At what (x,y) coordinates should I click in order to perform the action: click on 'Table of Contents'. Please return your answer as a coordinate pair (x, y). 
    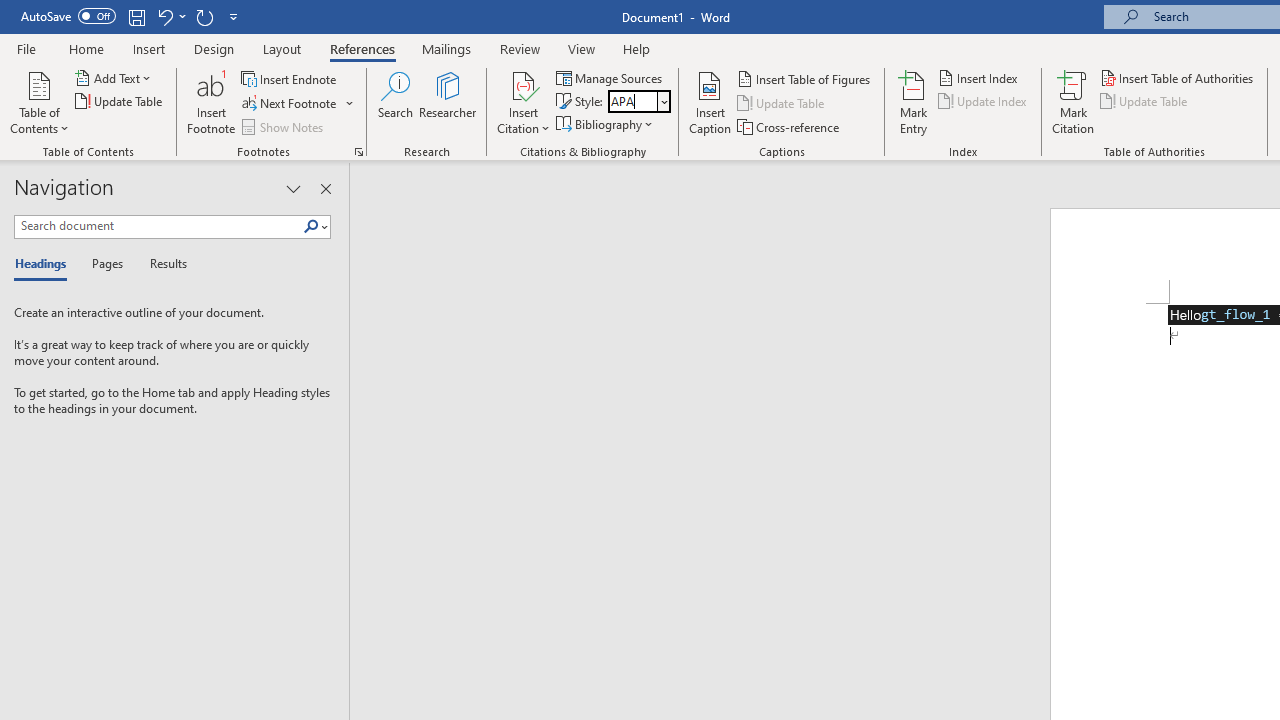
    Looking at the image, I should click on (39, 103).